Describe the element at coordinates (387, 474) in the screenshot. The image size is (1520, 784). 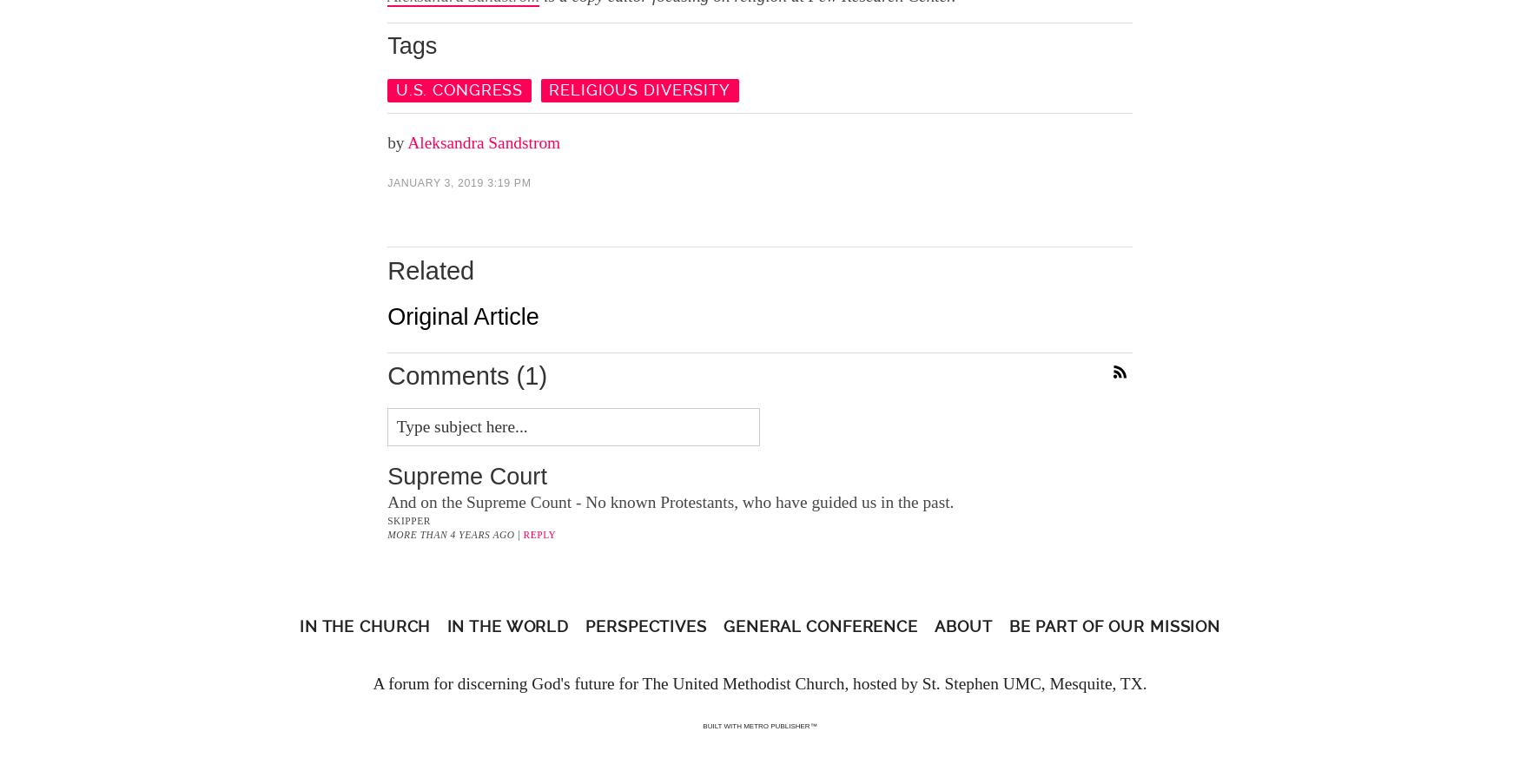
I see `'Supreme Court'` at that location.